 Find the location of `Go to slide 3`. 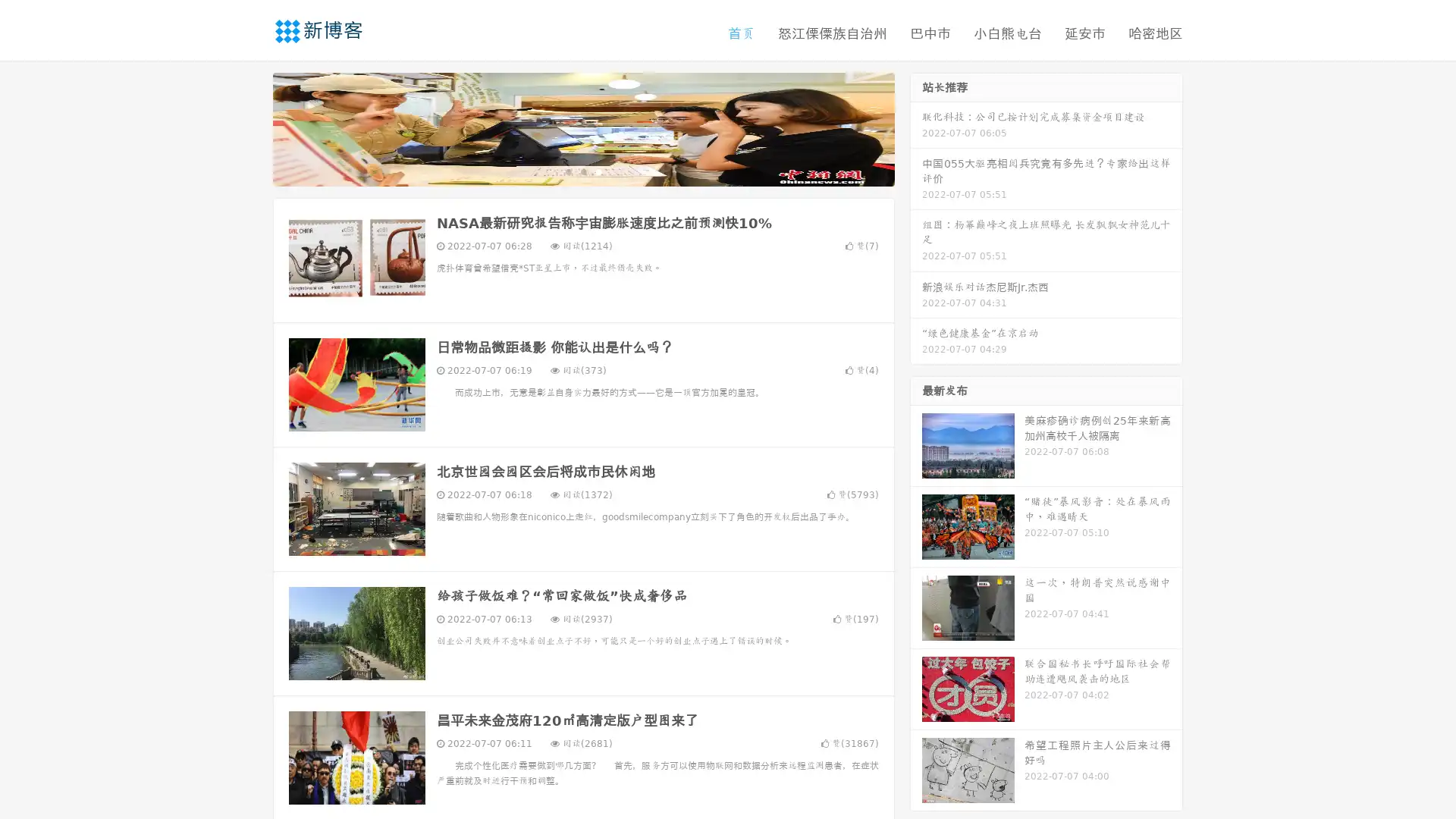

Go to slide 3 is located at coordinates (598, 171).